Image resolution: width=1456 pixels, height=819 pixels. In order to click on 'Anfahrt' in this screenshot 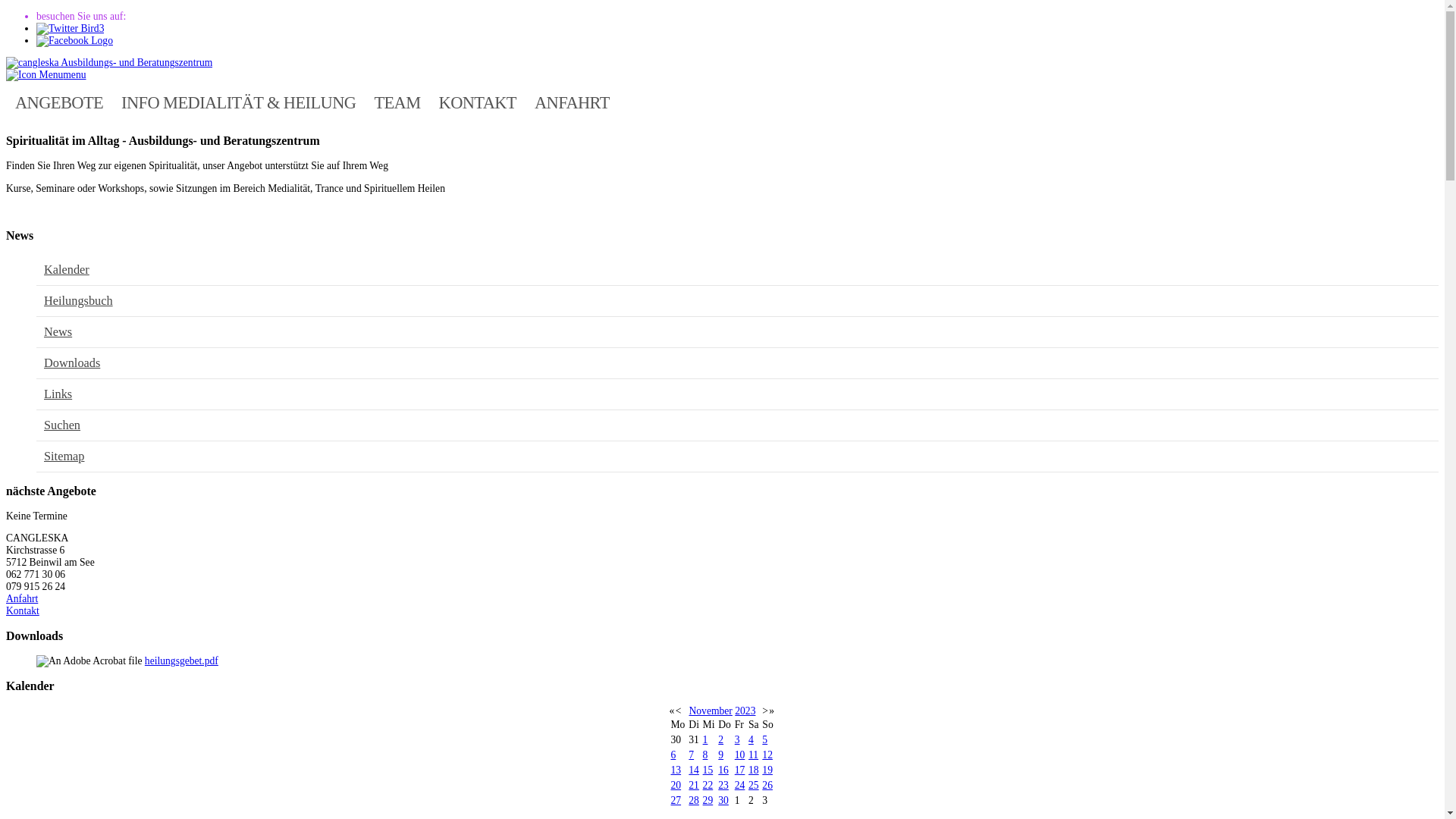, I will do `click(6, 598)`.